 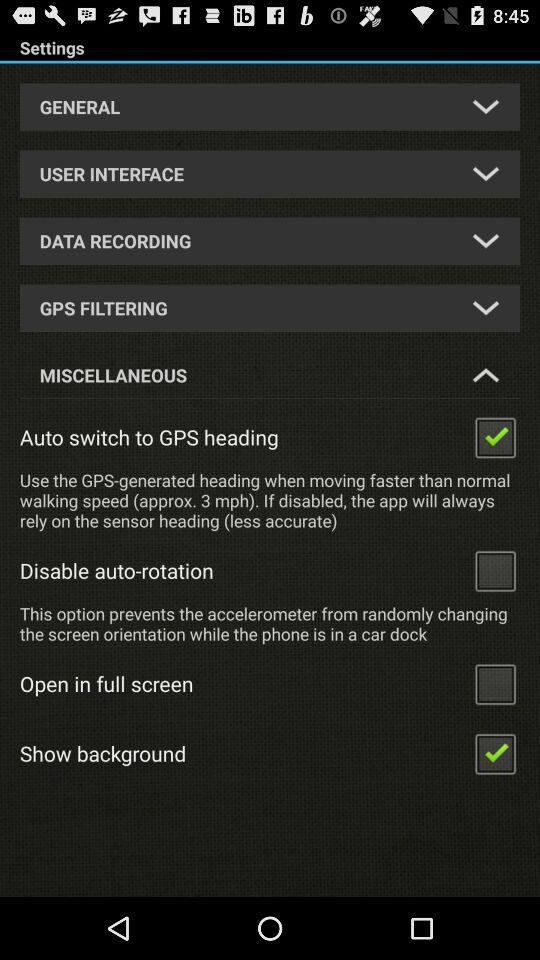 I want to click on tick the open in full screen, so click(x=494, y=683).